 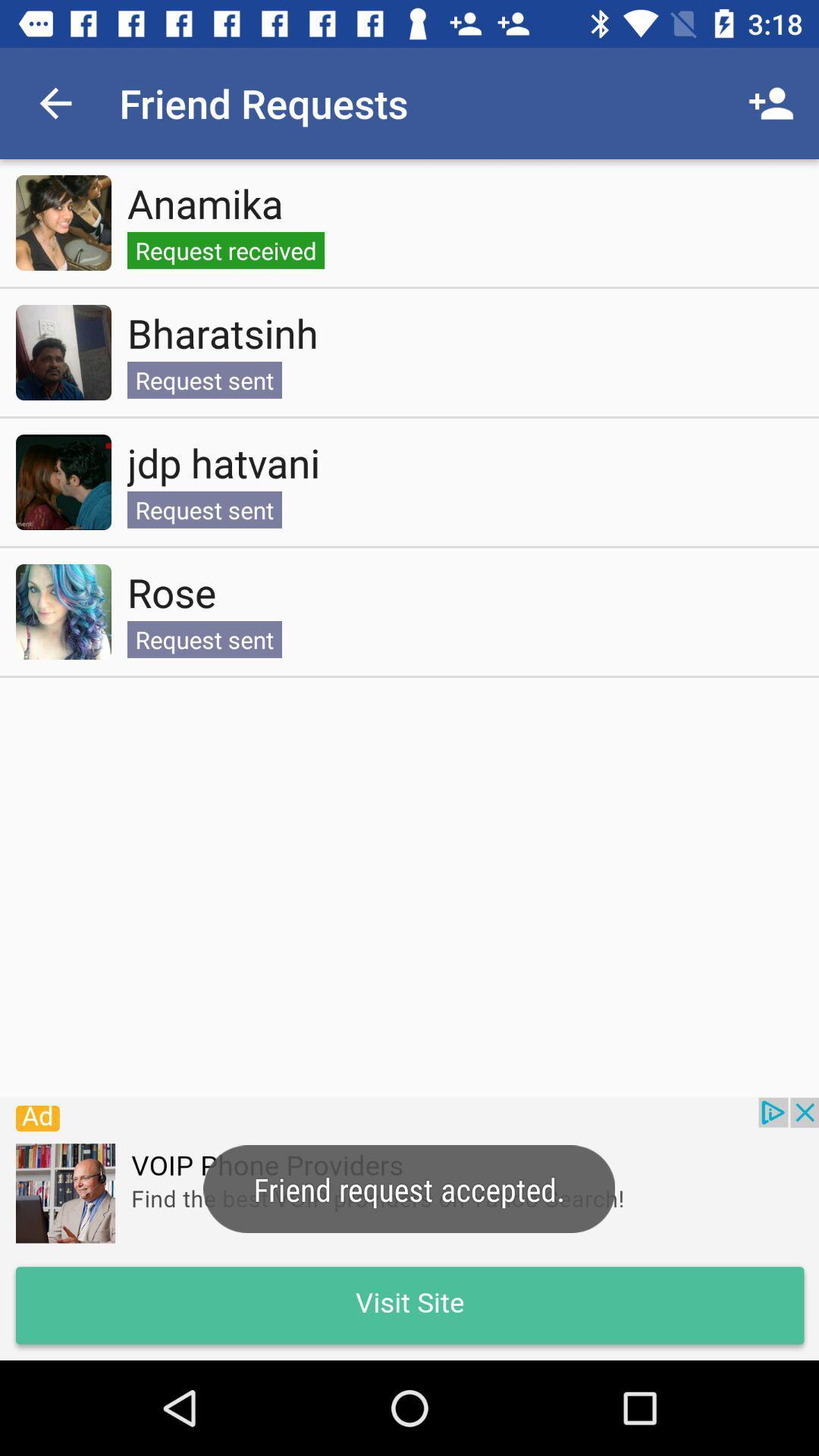 I want to click on avater icon, so click(x=63, y=482).